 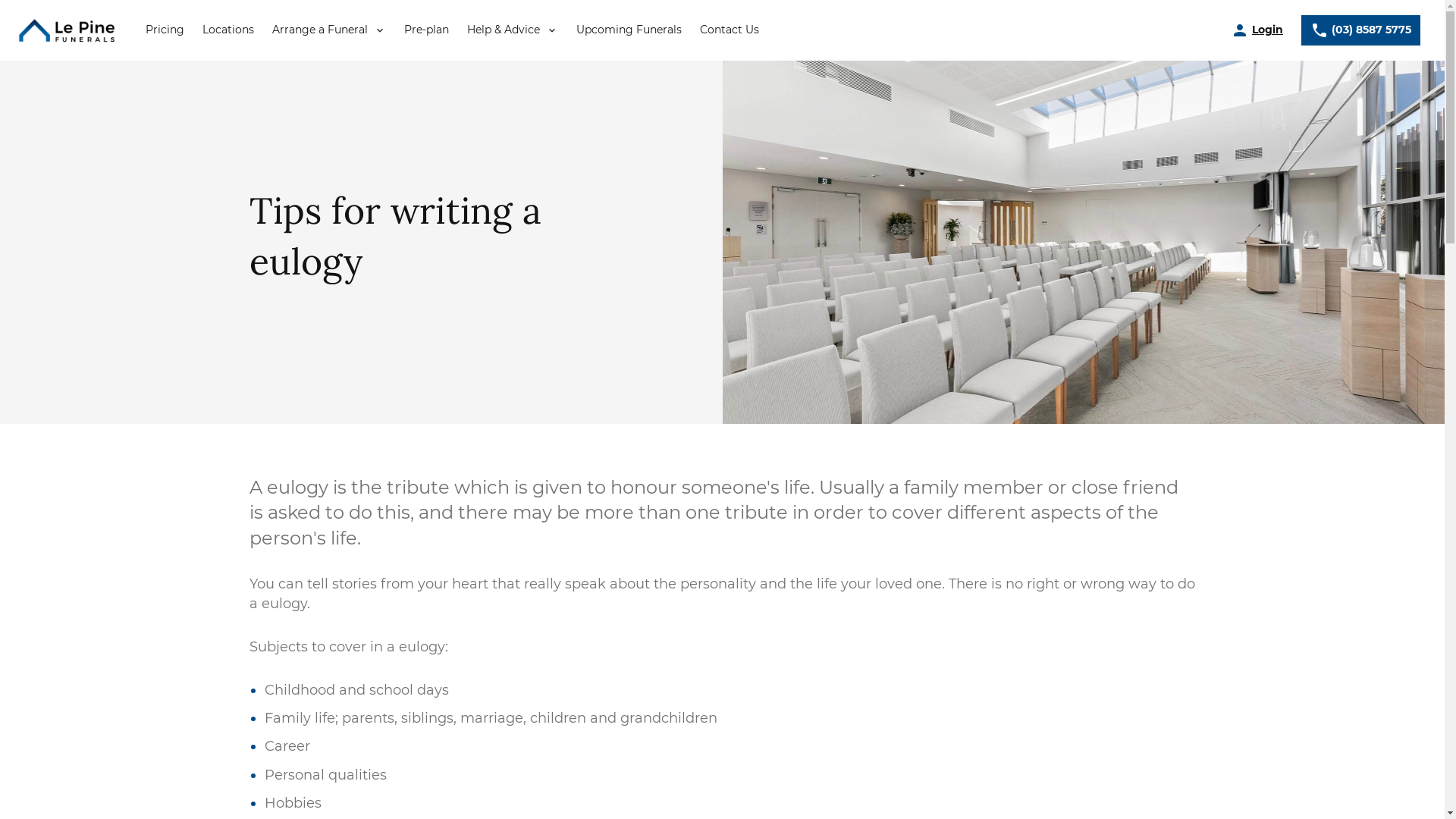 What do you see at coordinates (18, 30) in the screenshot?
I see `'Return to le-pine home page'` at bounding box center [18, 30].